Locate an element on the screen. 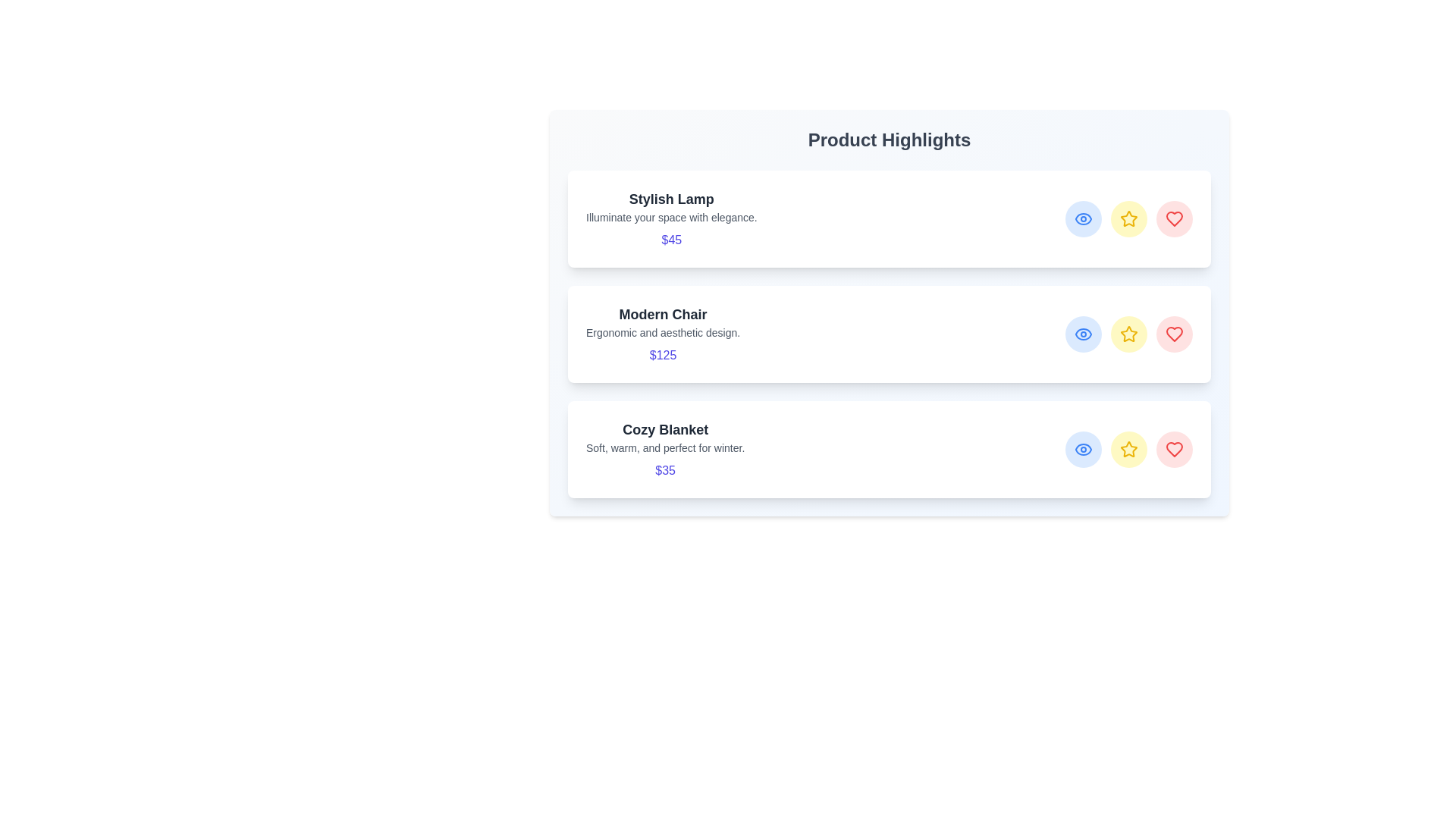 The image size is (1456, 819). the product Modern Chair to view its hover effects is located at coordinates (889, 333).